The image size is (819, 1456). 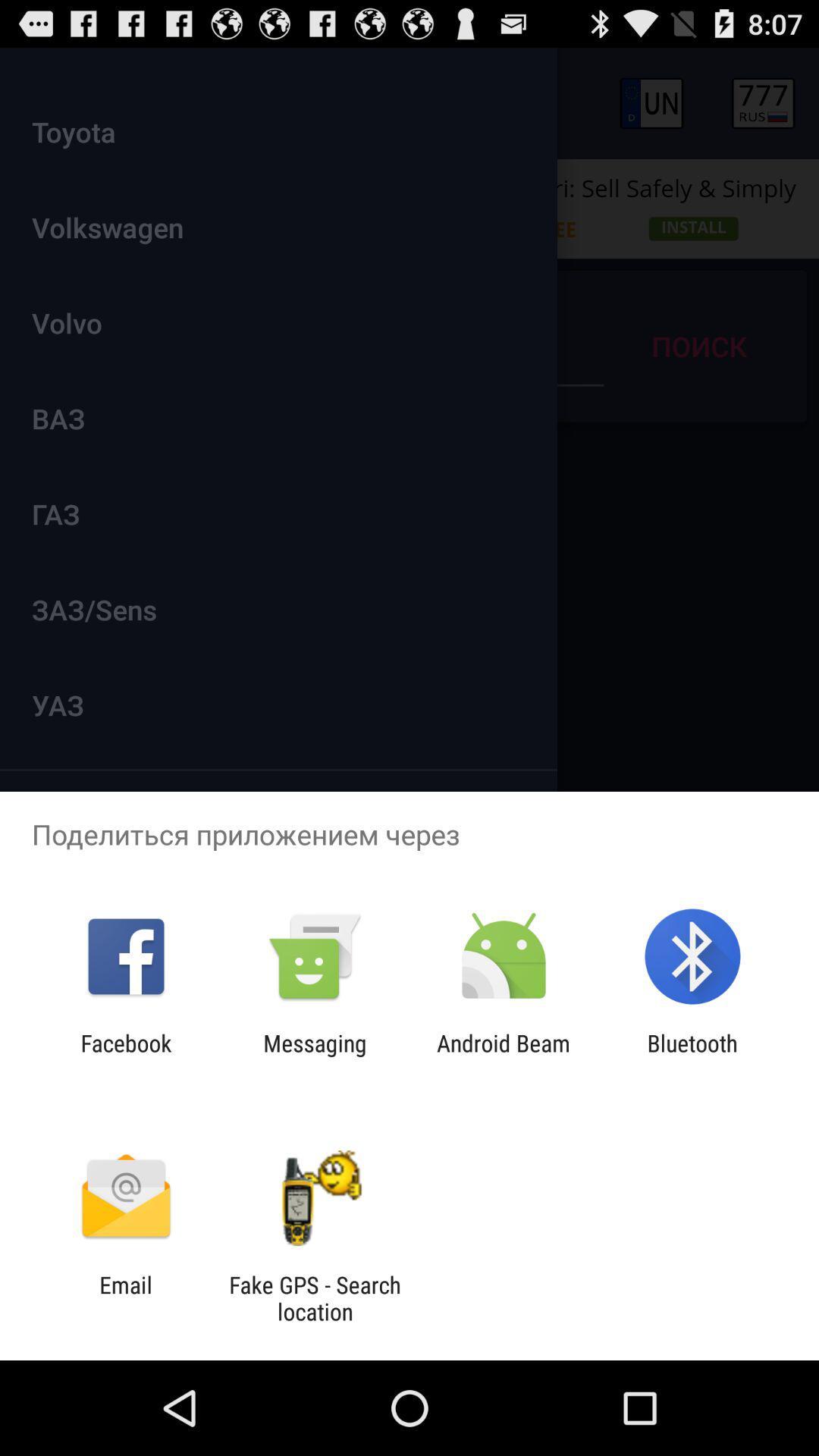 I want to click on the app next to email app, so click(x=314, y=1298).